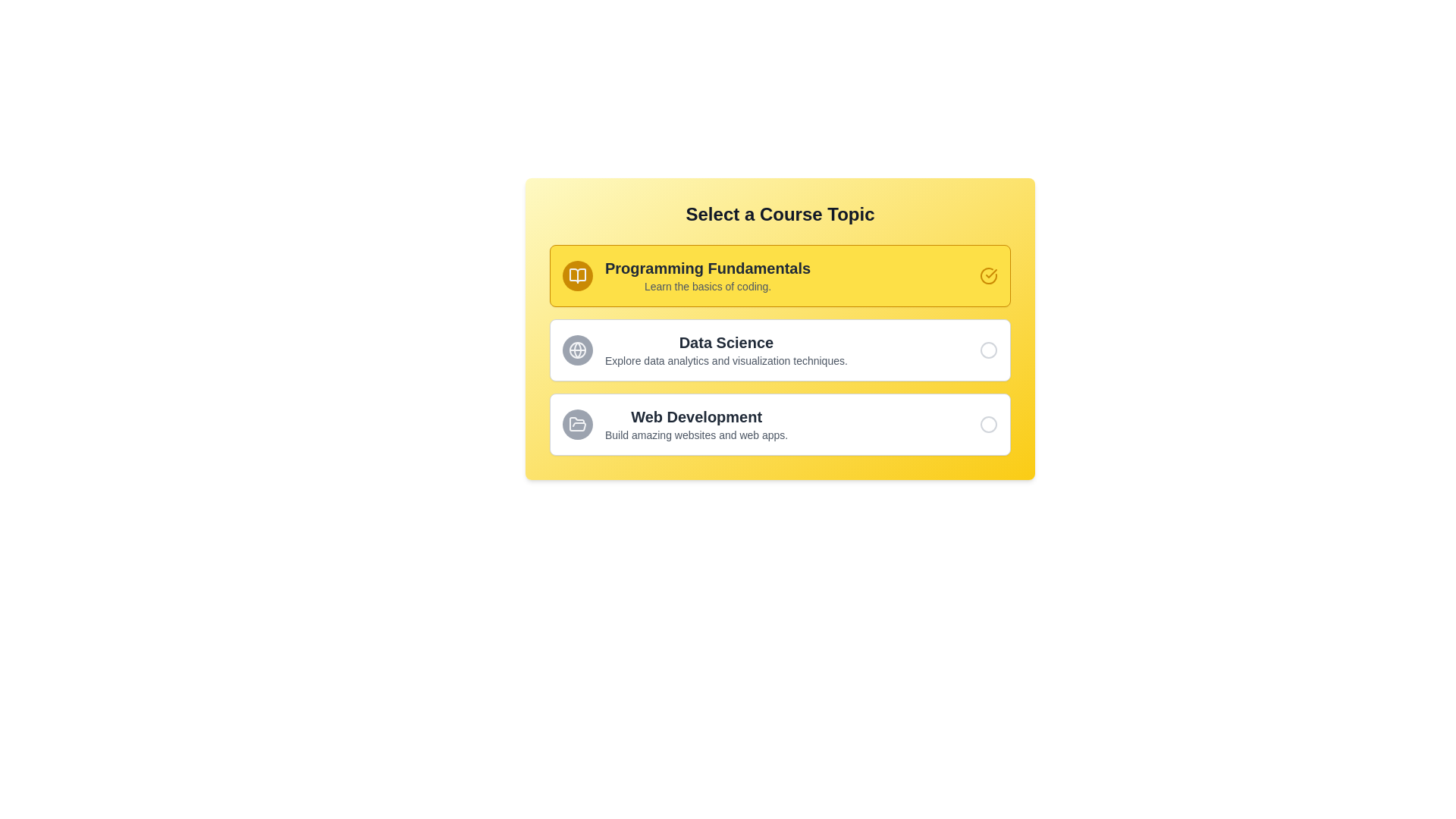  What do you see at coordinates (695, 435) in the screenshot?
I see `the text element reading 'Build amazing websites and web apps.' which is located directly under the heading 'Web Development' in the course topic selection interface` at bounding box center [695, 435].